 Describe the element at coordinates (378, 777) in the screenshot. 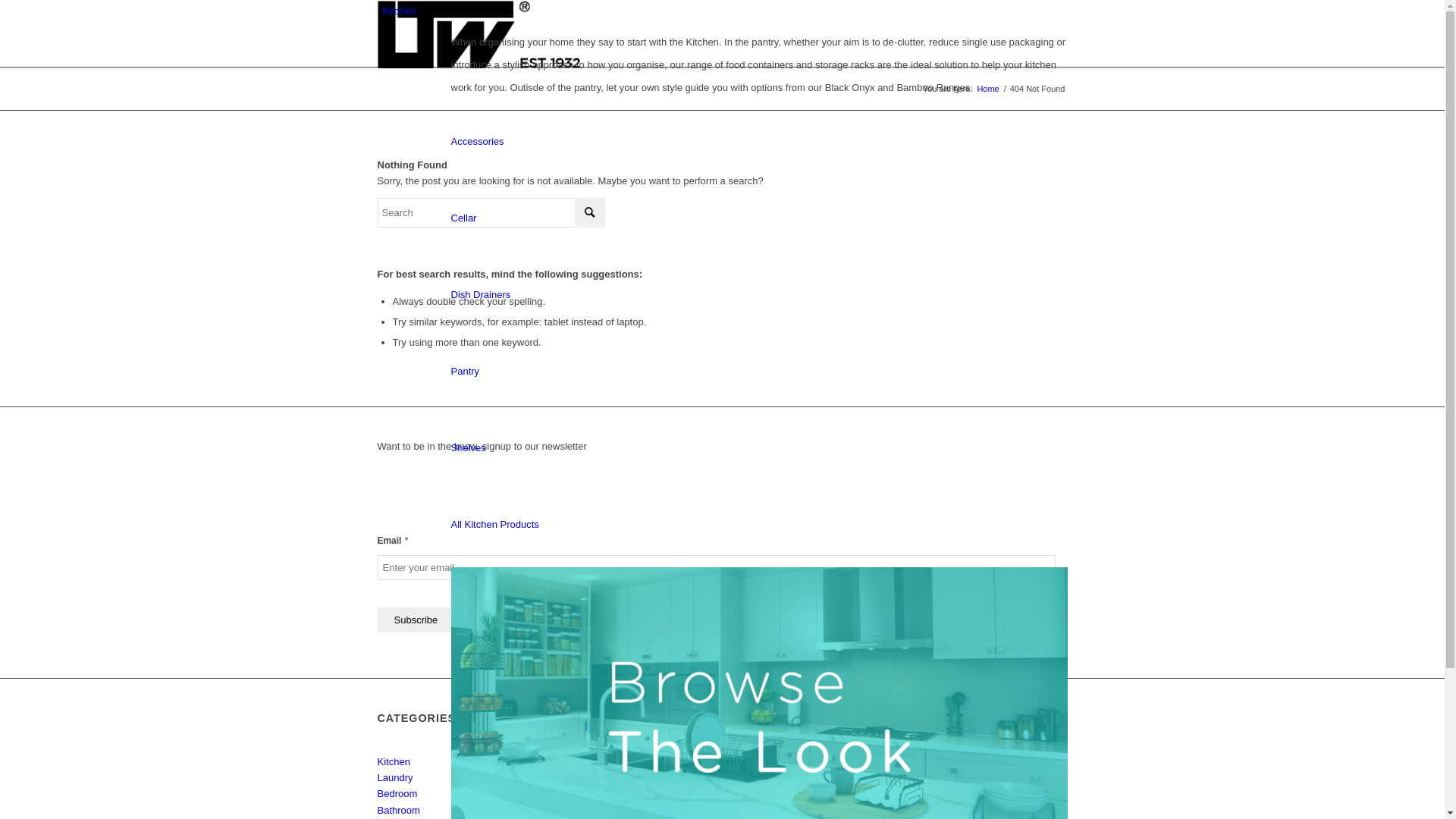

I see `'Laundry'` at that location.